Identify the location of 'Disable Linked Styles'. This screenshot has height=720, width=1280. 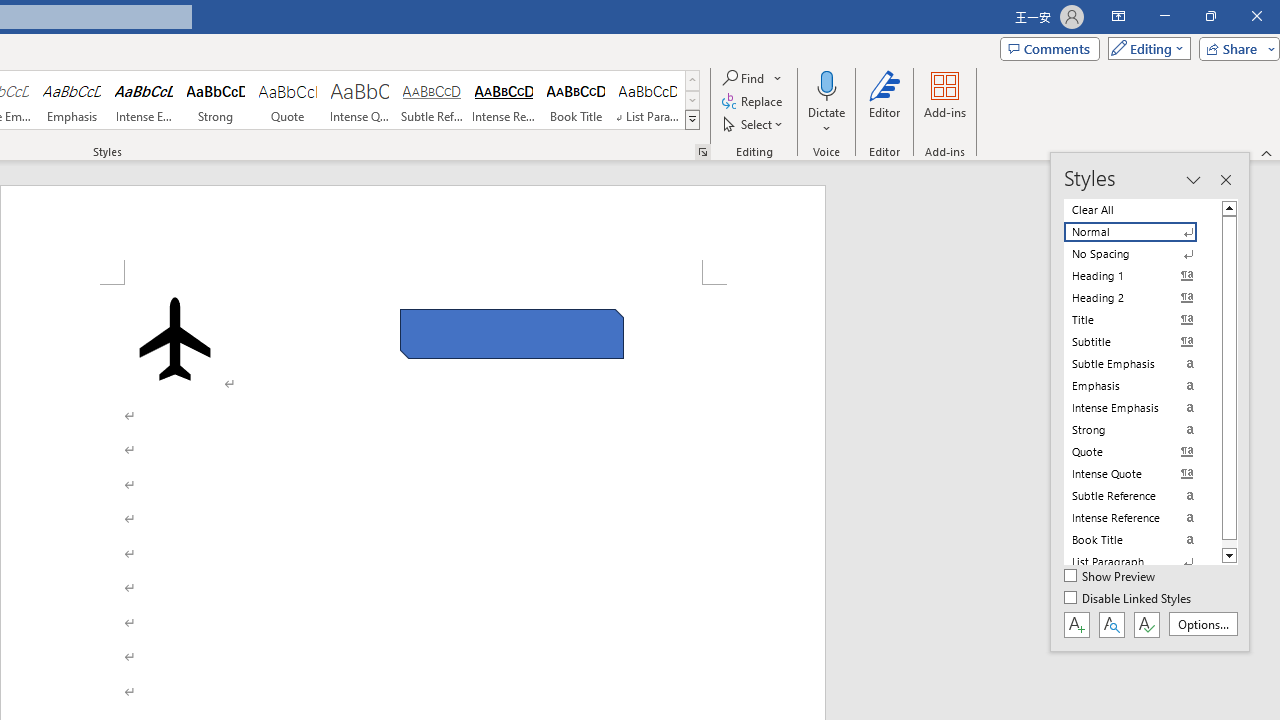
(1129, 598).